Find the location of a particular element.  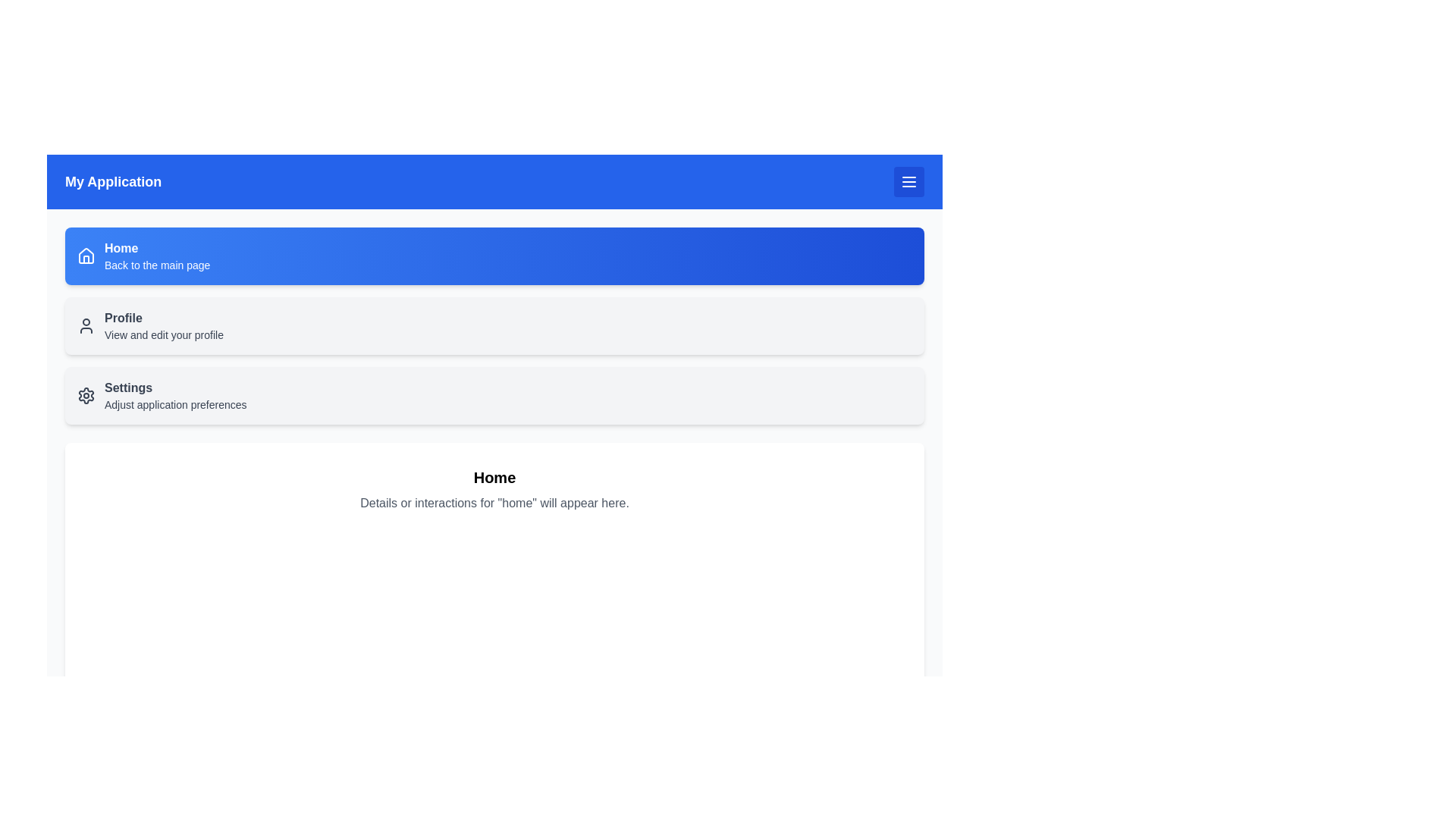

the text label displaying 'Adjust application preferences' located in the 'Settings' section of the sidebar navigation menu is located at coordinates (175, 403).